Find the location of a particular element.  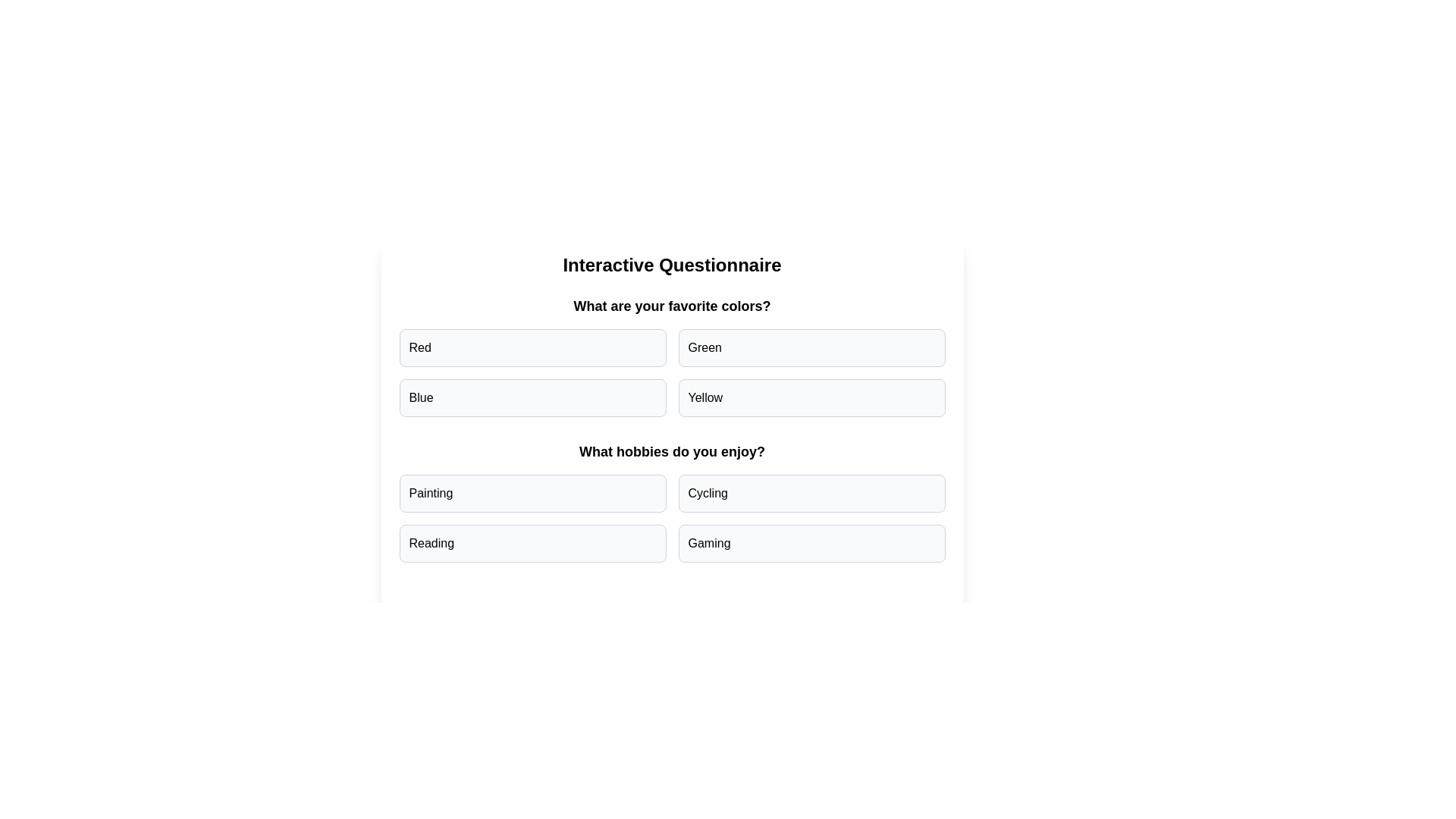

the answer option Yellow for the question What are your favorite colors? is located at coordinates (811, 397).